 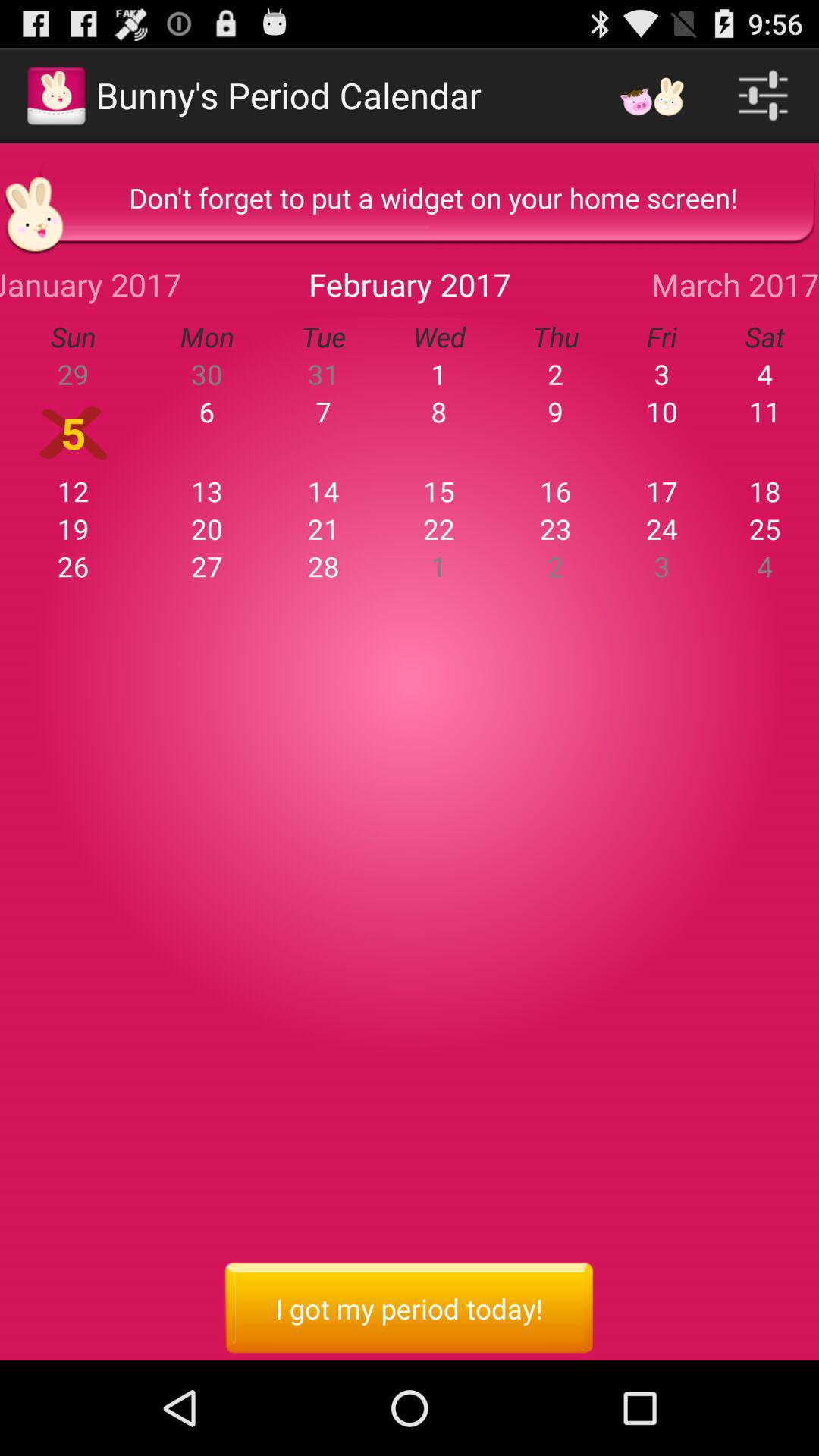 What do you see at coordinates (322, 529) in the screenshot?
I see `21` at bounding box center [322, 529].